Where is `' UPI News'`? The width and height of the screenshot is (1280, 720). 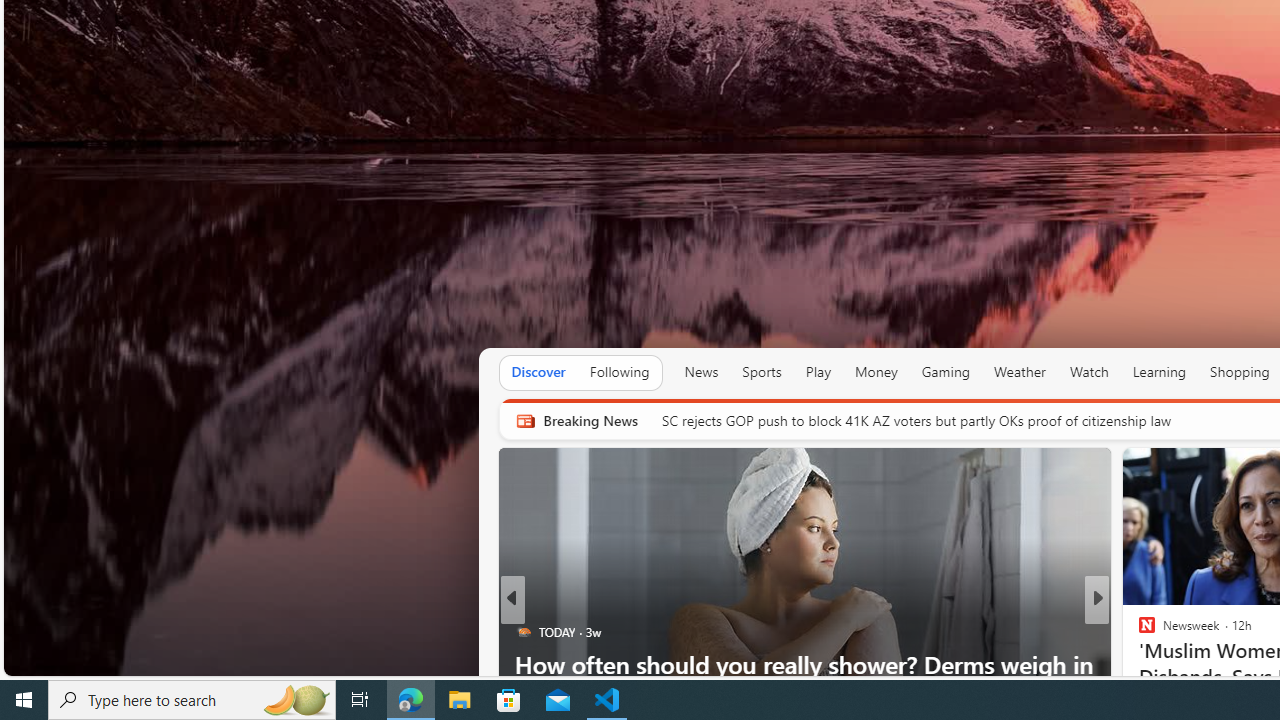 ' UPI News' is located at coordinates (1138, 632).